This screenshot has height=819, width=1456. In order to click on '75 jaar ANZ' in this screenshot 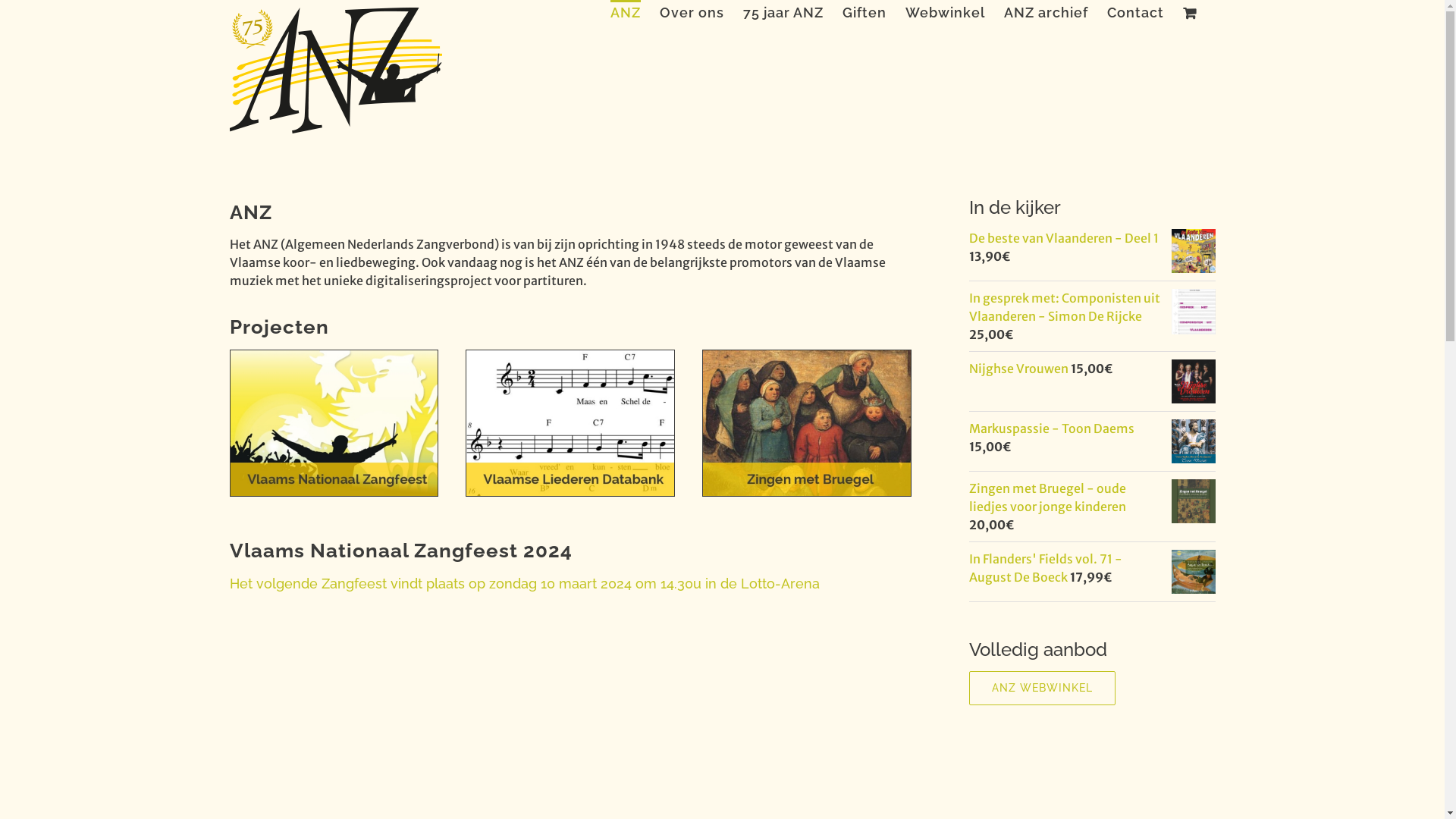, I will do `click(783, 11)`.